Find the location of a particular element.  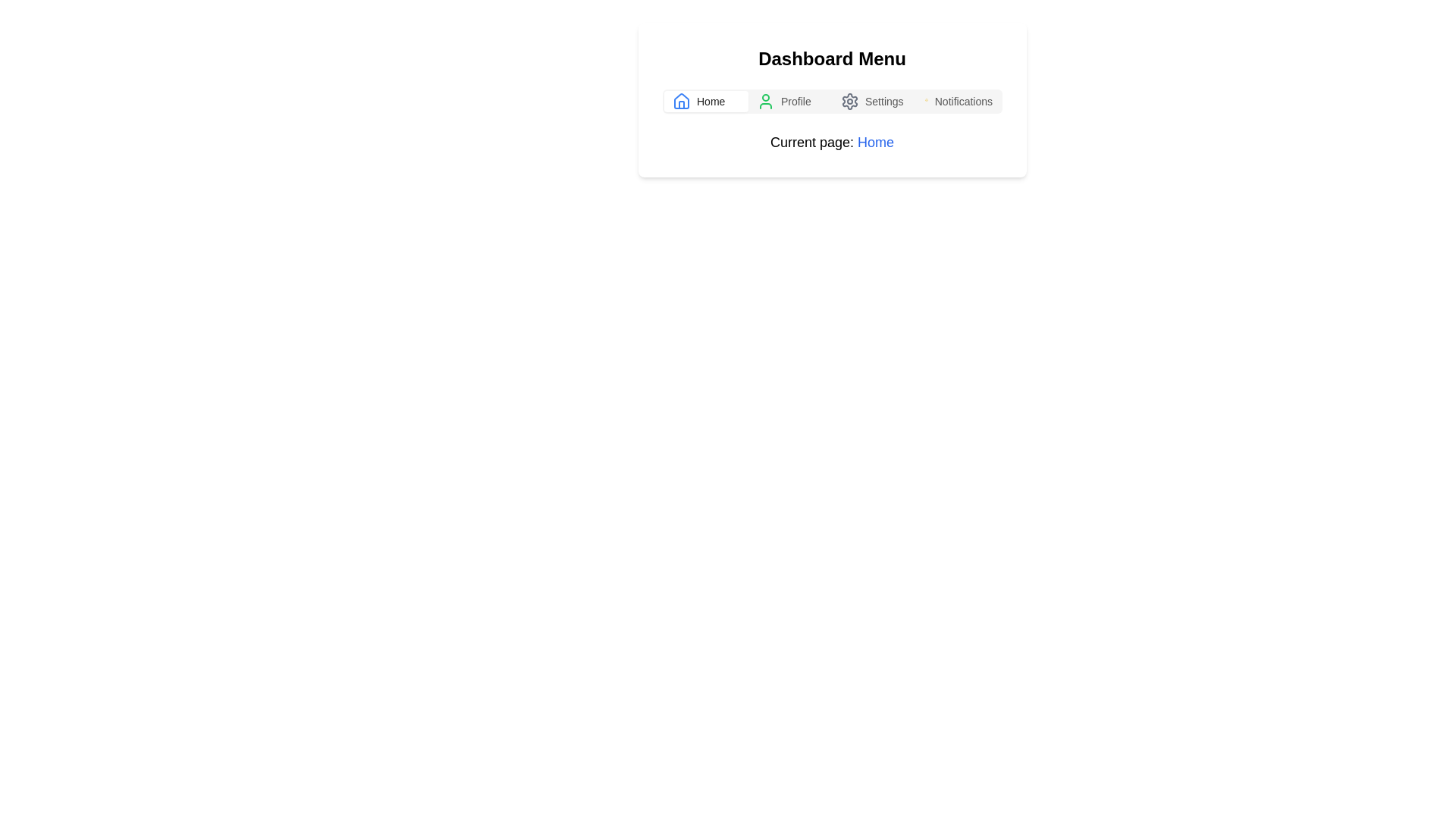

the segmented control is located at coordinates (831, 102).